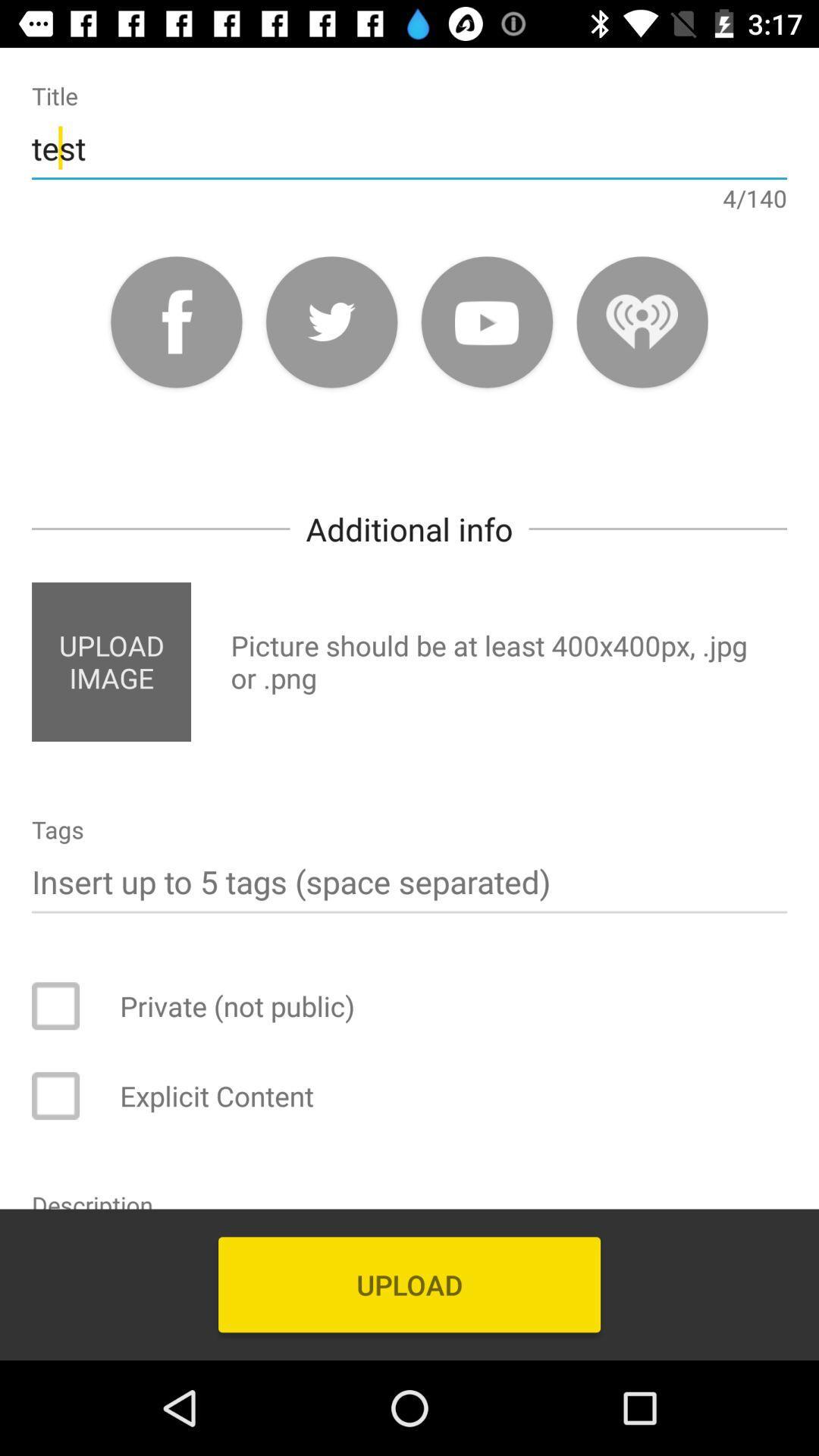 The image size is (819, 1456). I want to click on the icon to the left of picture should be item, so click(110, 662).